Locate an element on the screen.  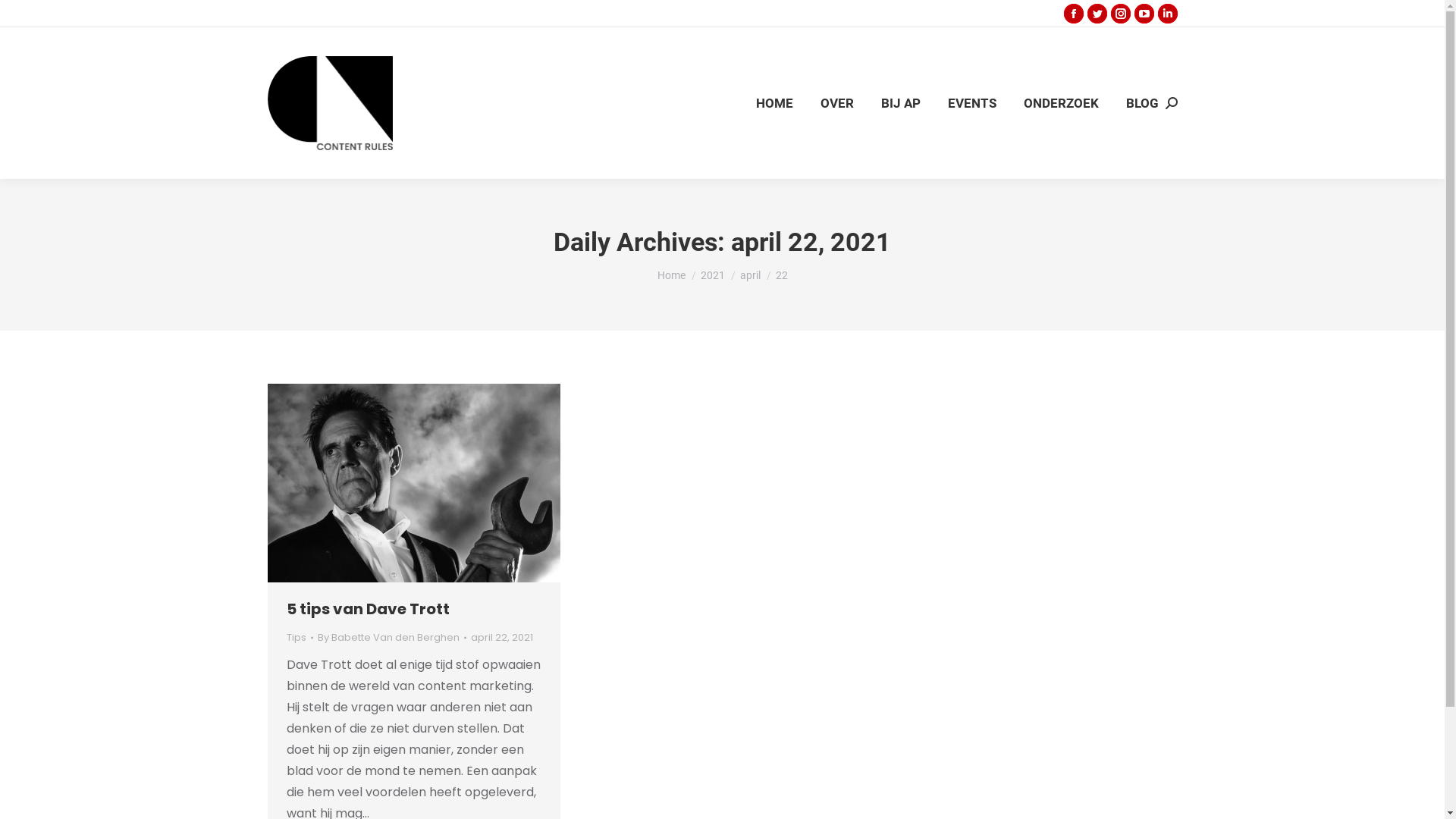
'april' is located at coordinates (750, 275).